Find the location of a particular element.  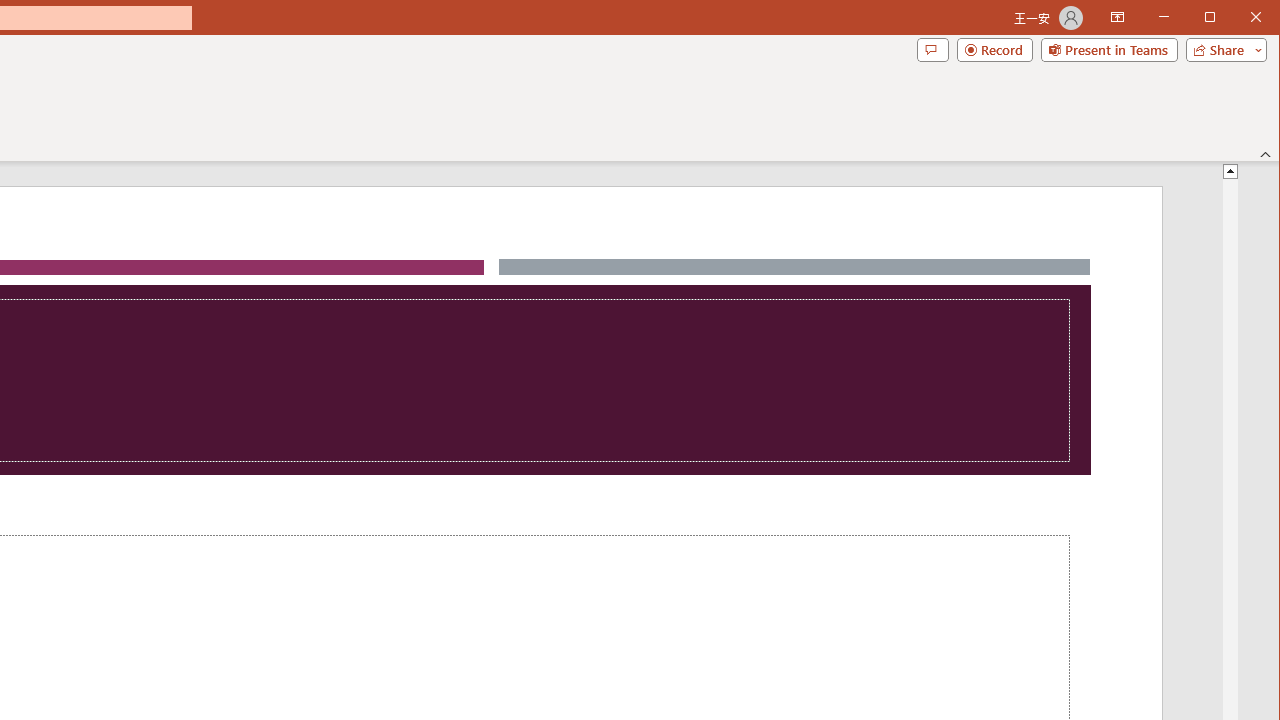

'Maximize' is located at coordinates (1238, 19).